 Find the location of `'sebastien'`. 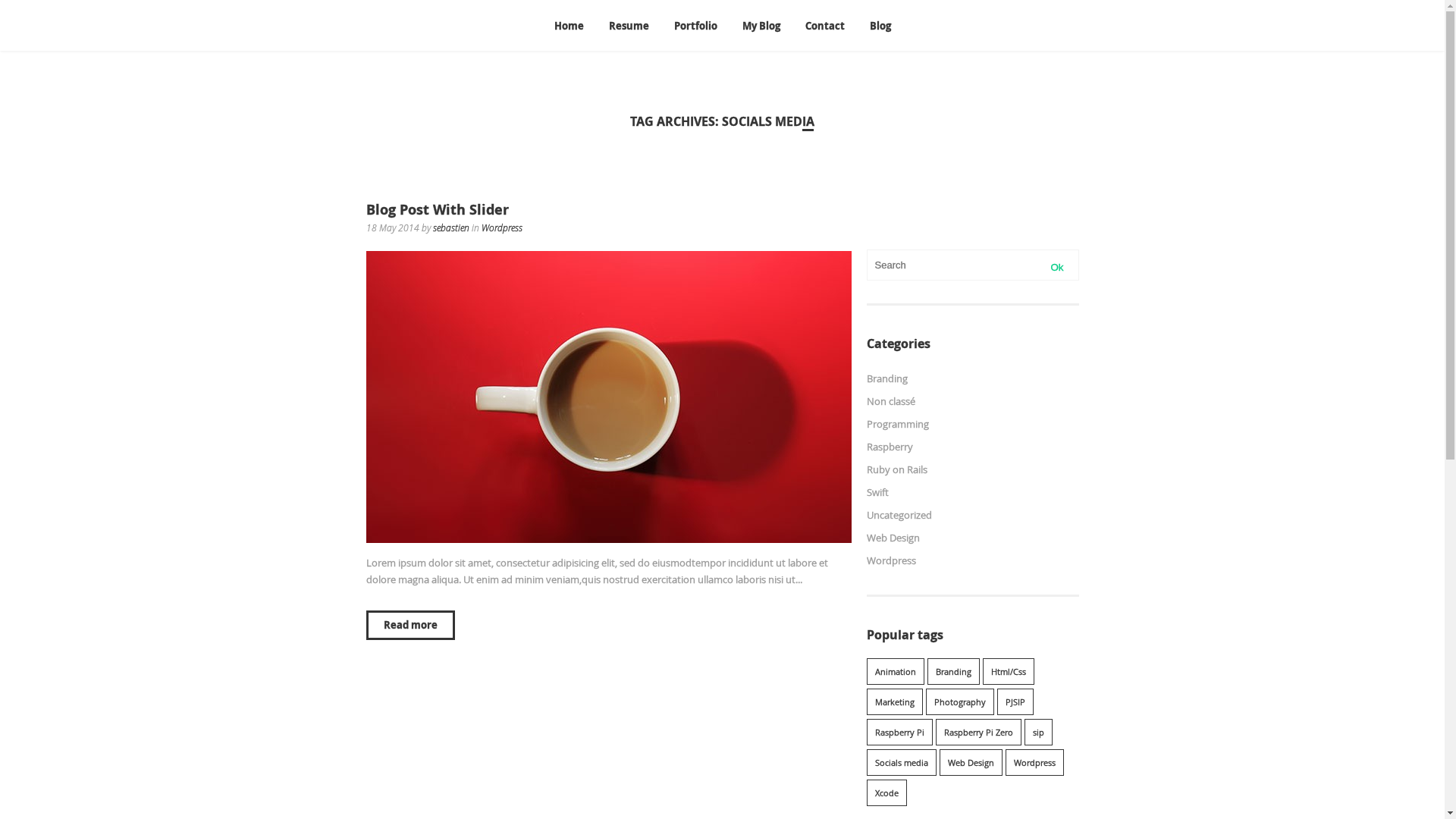

'sebastien' is located at coordinates (431, 227).